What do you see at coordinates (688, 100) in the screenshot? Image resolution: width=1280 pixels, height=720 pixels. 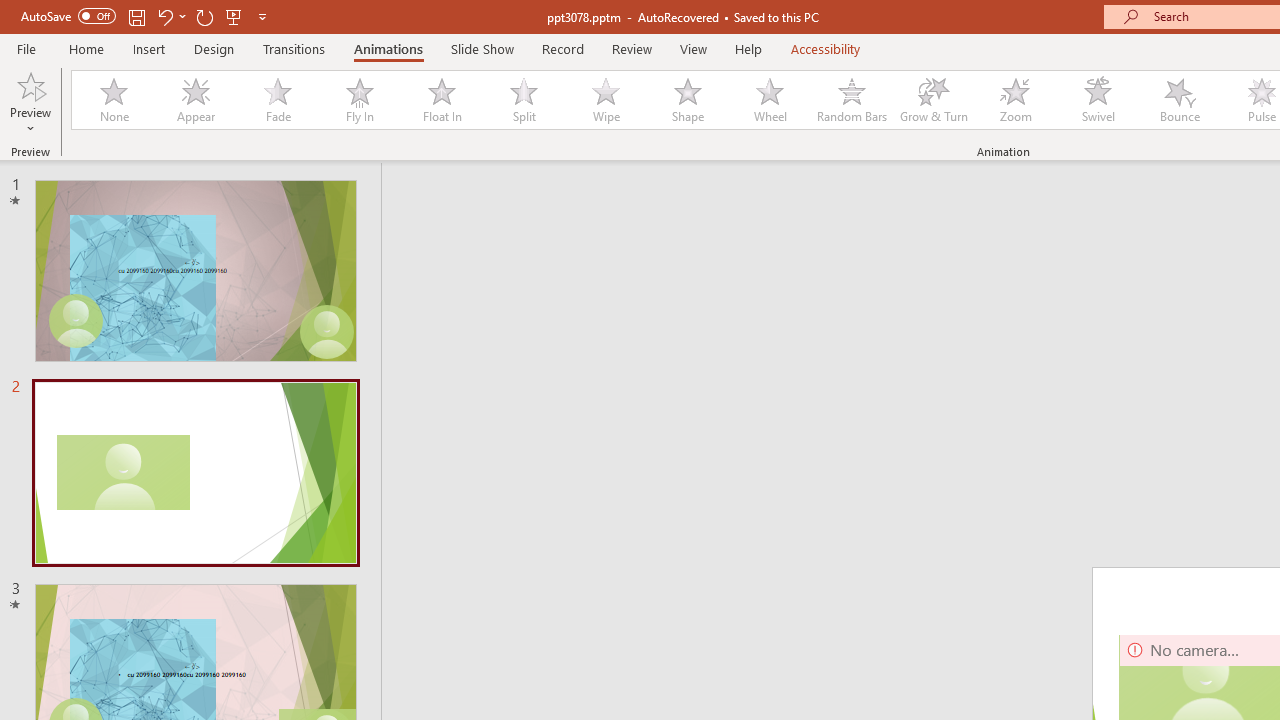 I see `'Shape'` at bounding box center [688, 100].